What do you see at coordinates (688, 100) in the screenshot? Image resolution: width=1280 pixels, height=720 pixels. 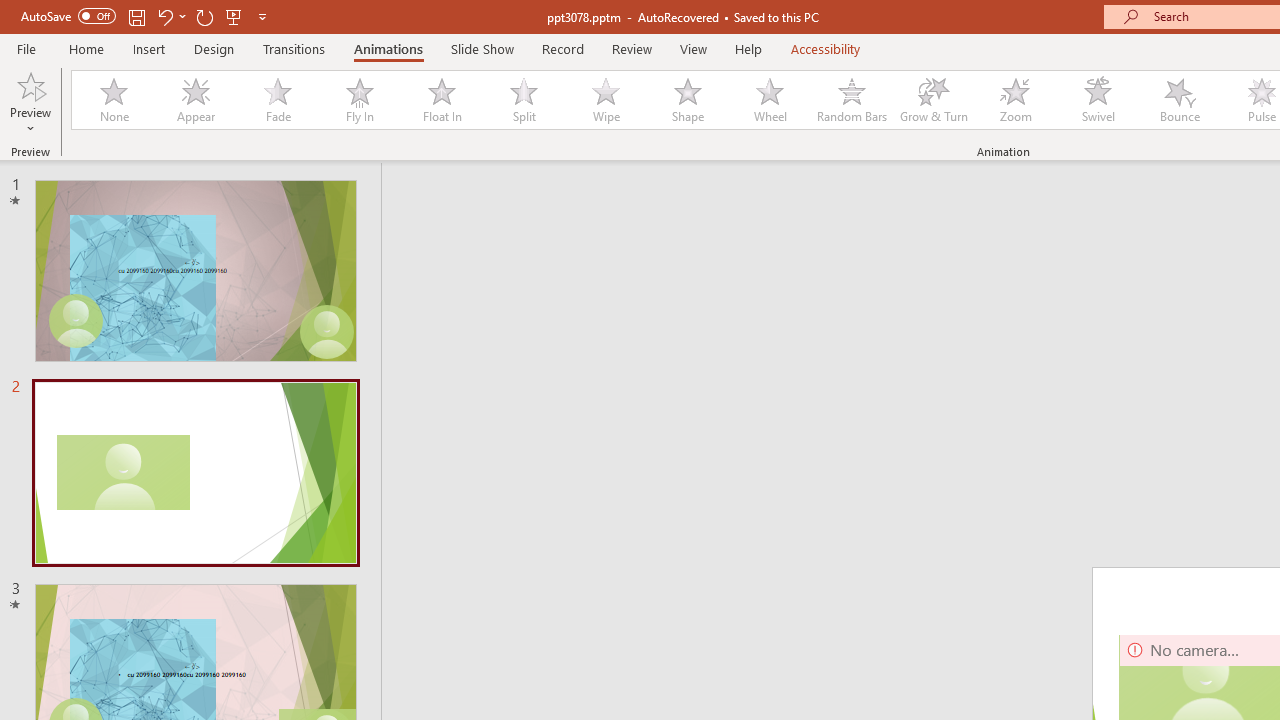 I see `'Shape'` at bounding box center [688, 100].